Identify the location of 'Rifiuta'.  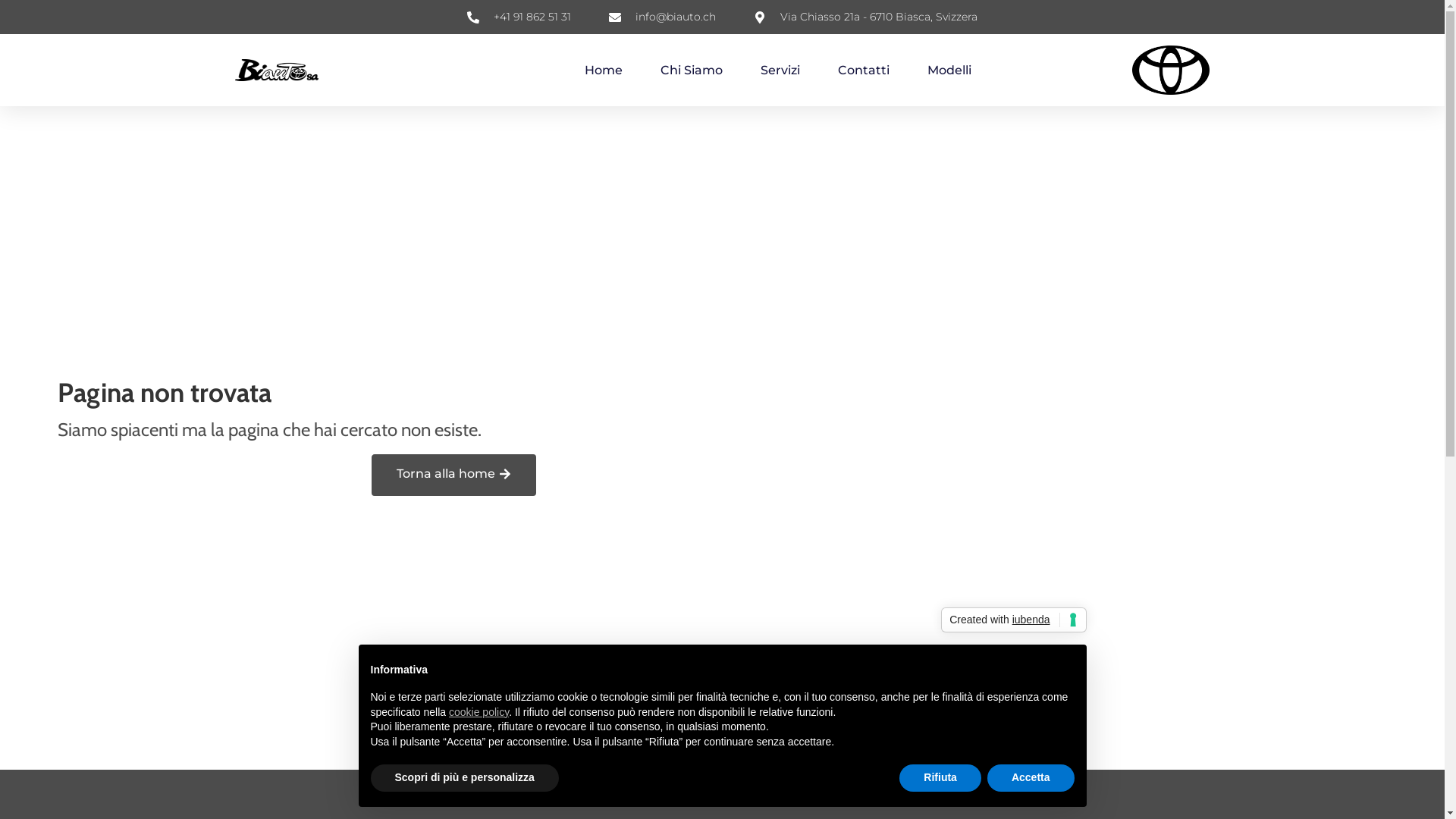
(939, 778).